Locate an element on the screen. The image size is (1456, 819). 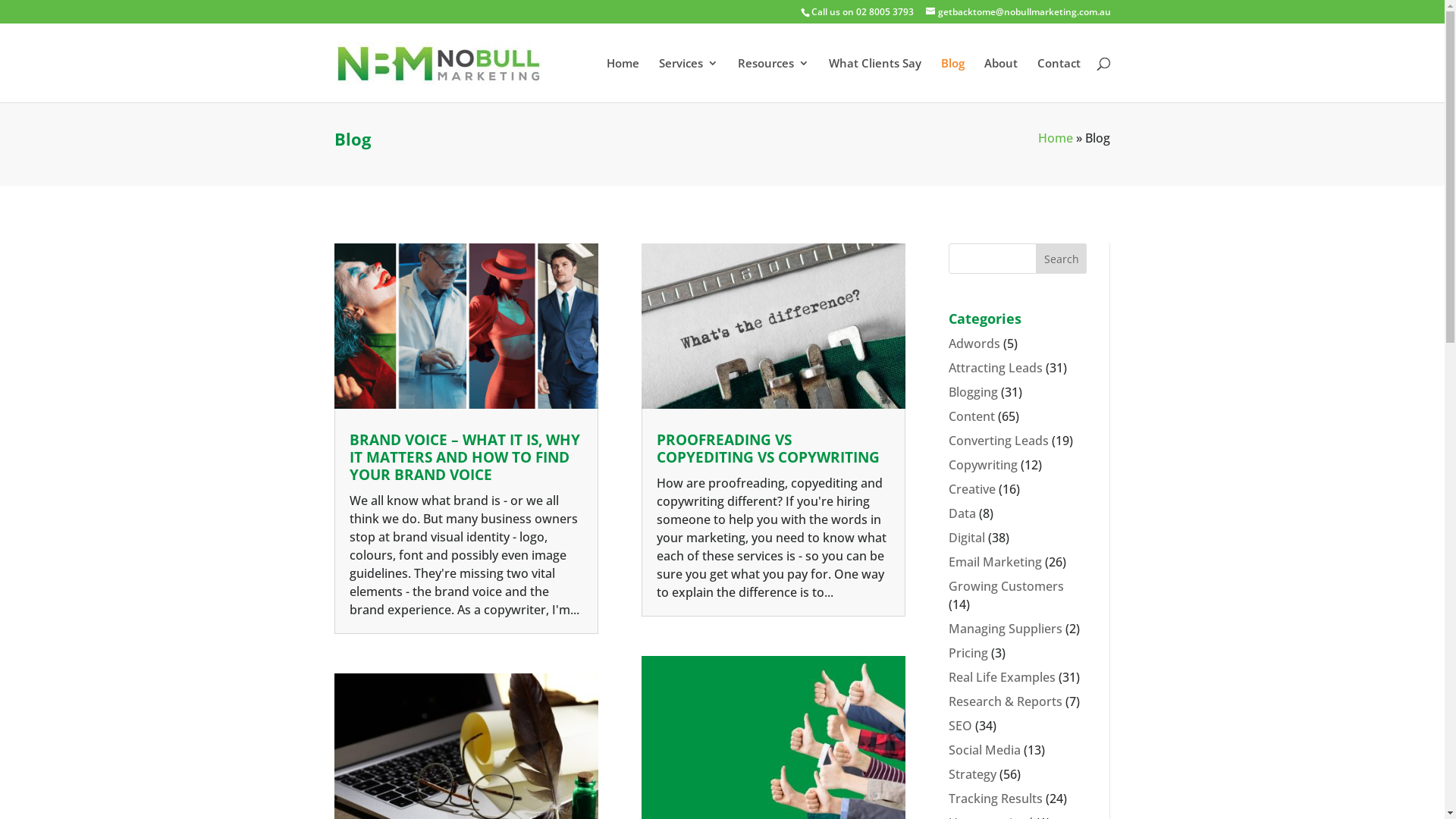
'Research & Reports' is located at coordinates (948, 701).